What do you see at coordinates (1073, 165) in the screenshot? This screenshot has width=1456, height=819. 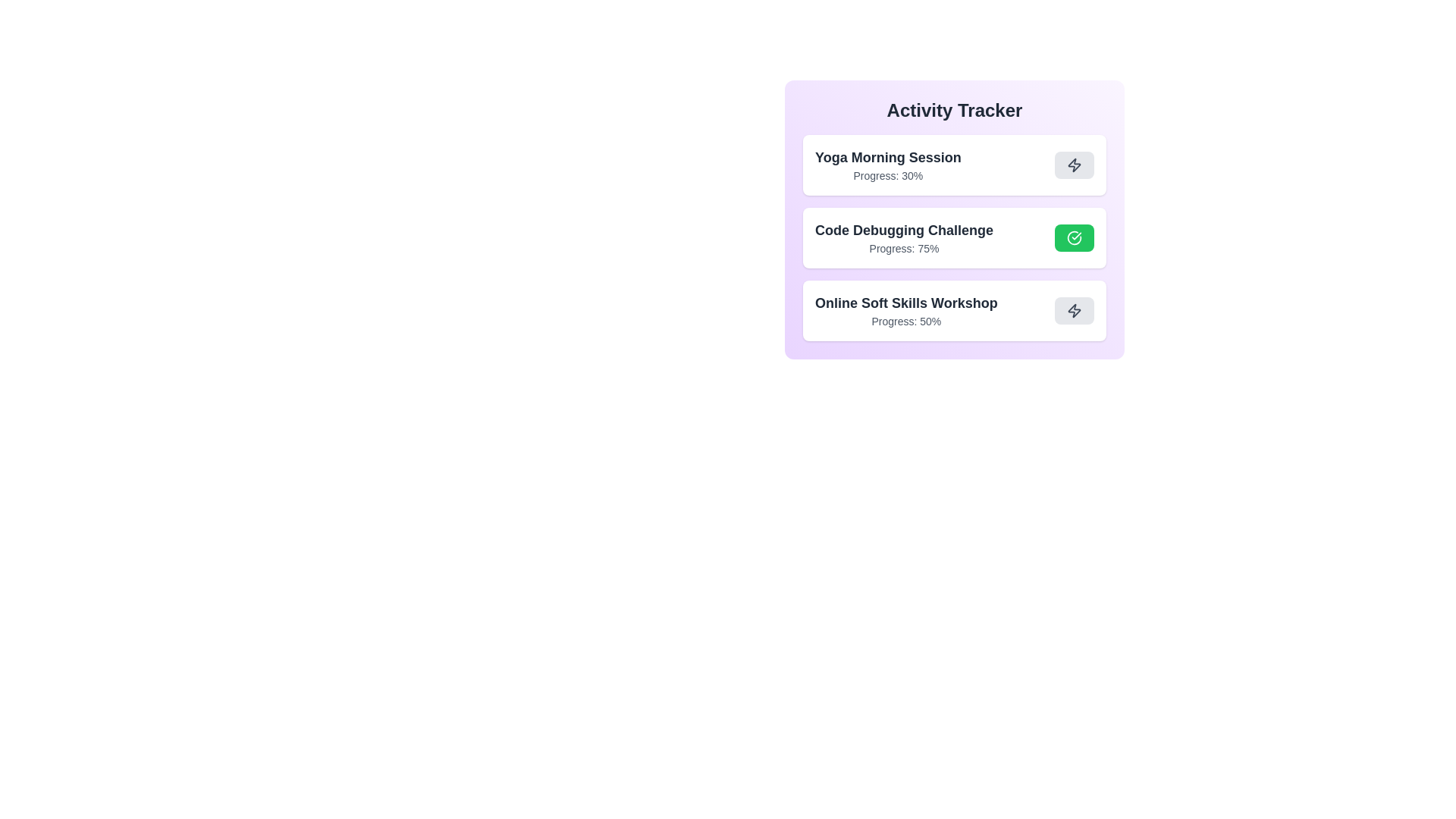 I see `the activity associated with the Yoga Morning Session button` at bounding box center [1073, 165].